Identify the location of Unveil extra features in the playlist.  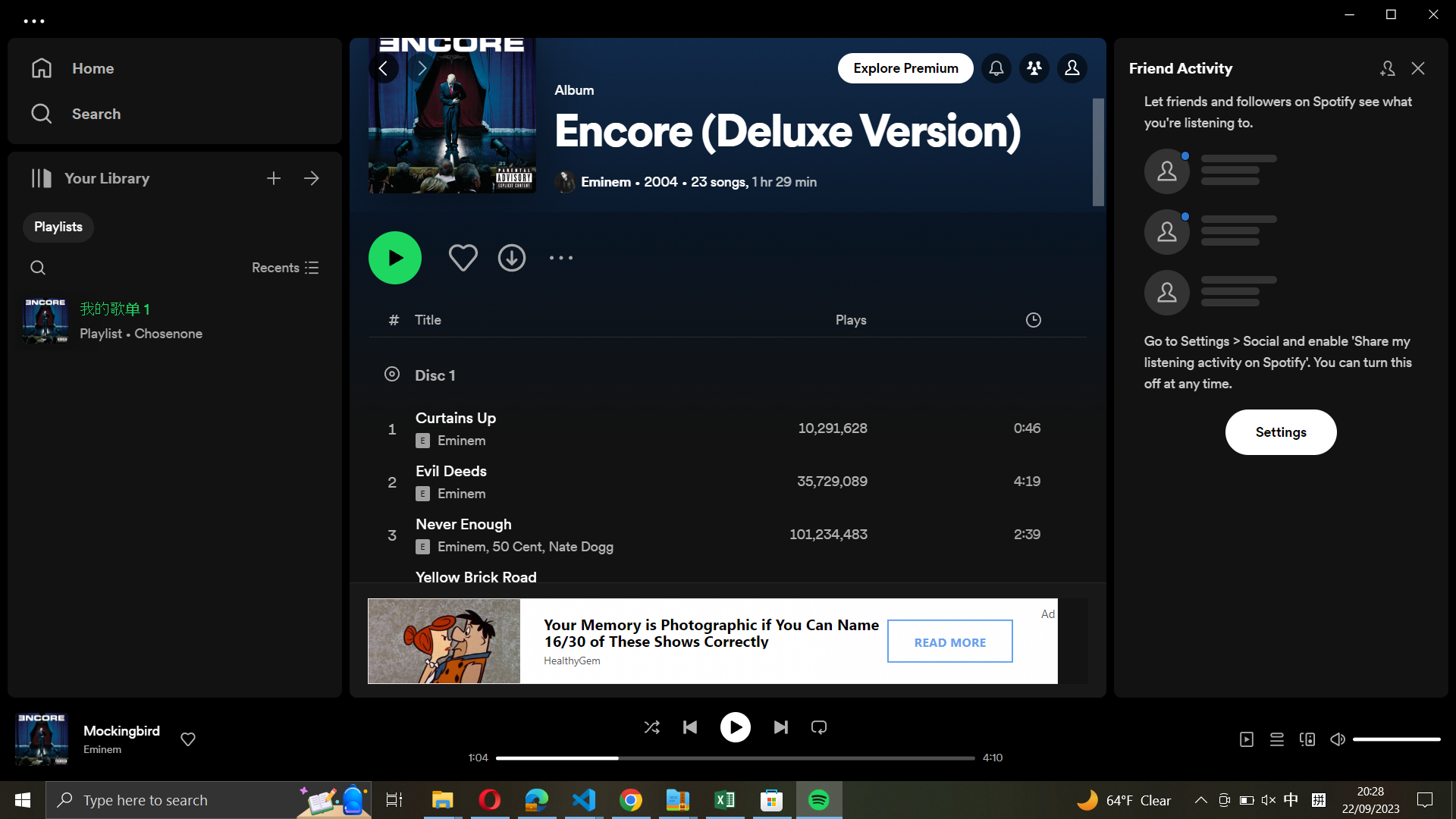
(560, 256).